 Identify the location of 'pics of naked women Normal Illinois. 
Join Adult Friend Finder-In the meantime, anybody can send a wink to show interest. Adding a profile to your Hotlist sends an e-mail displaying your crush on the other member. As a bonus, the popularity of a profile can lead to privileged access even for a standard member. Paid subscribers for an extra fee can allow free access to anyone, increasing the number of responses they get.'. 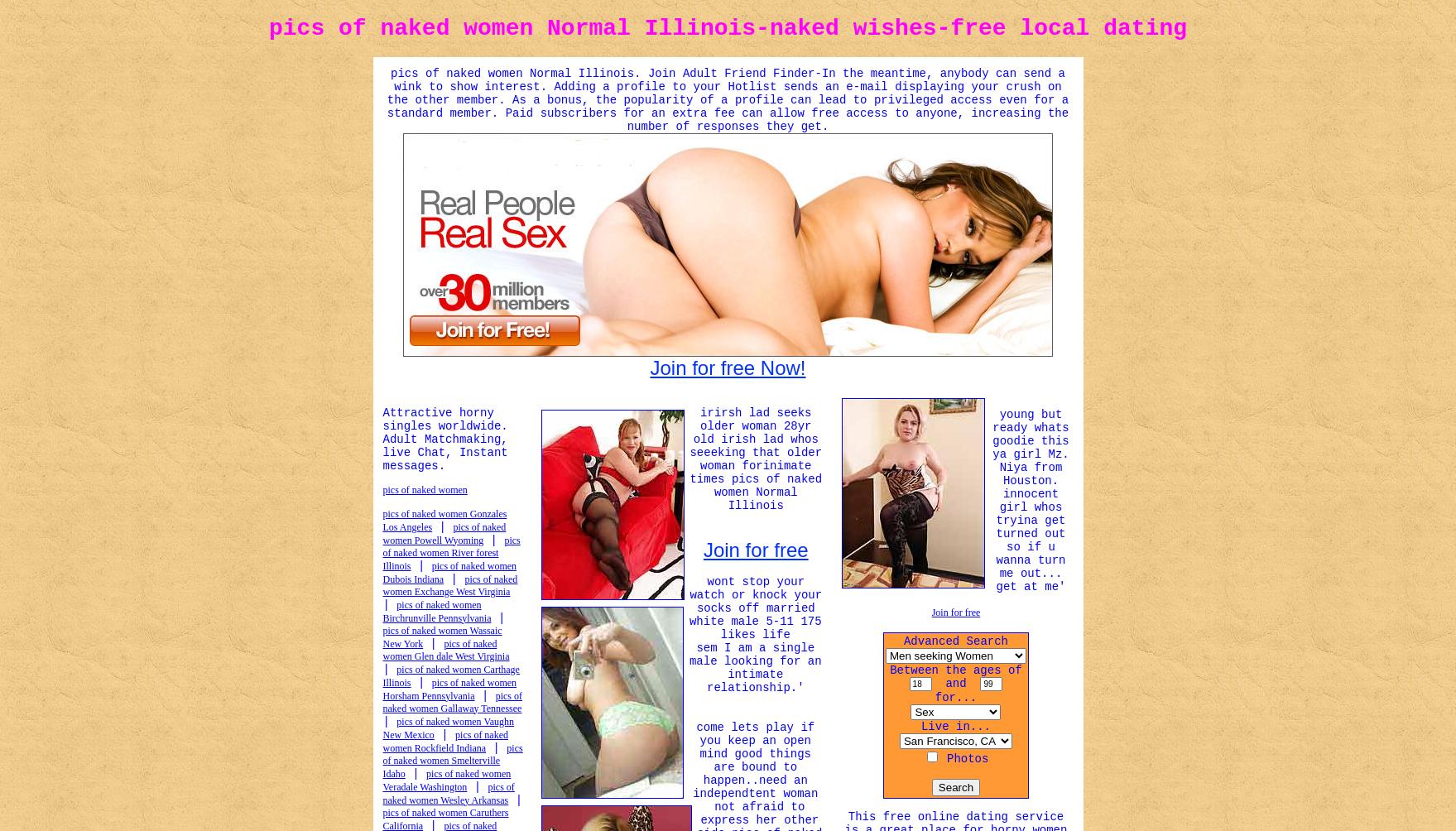
(727, 98).